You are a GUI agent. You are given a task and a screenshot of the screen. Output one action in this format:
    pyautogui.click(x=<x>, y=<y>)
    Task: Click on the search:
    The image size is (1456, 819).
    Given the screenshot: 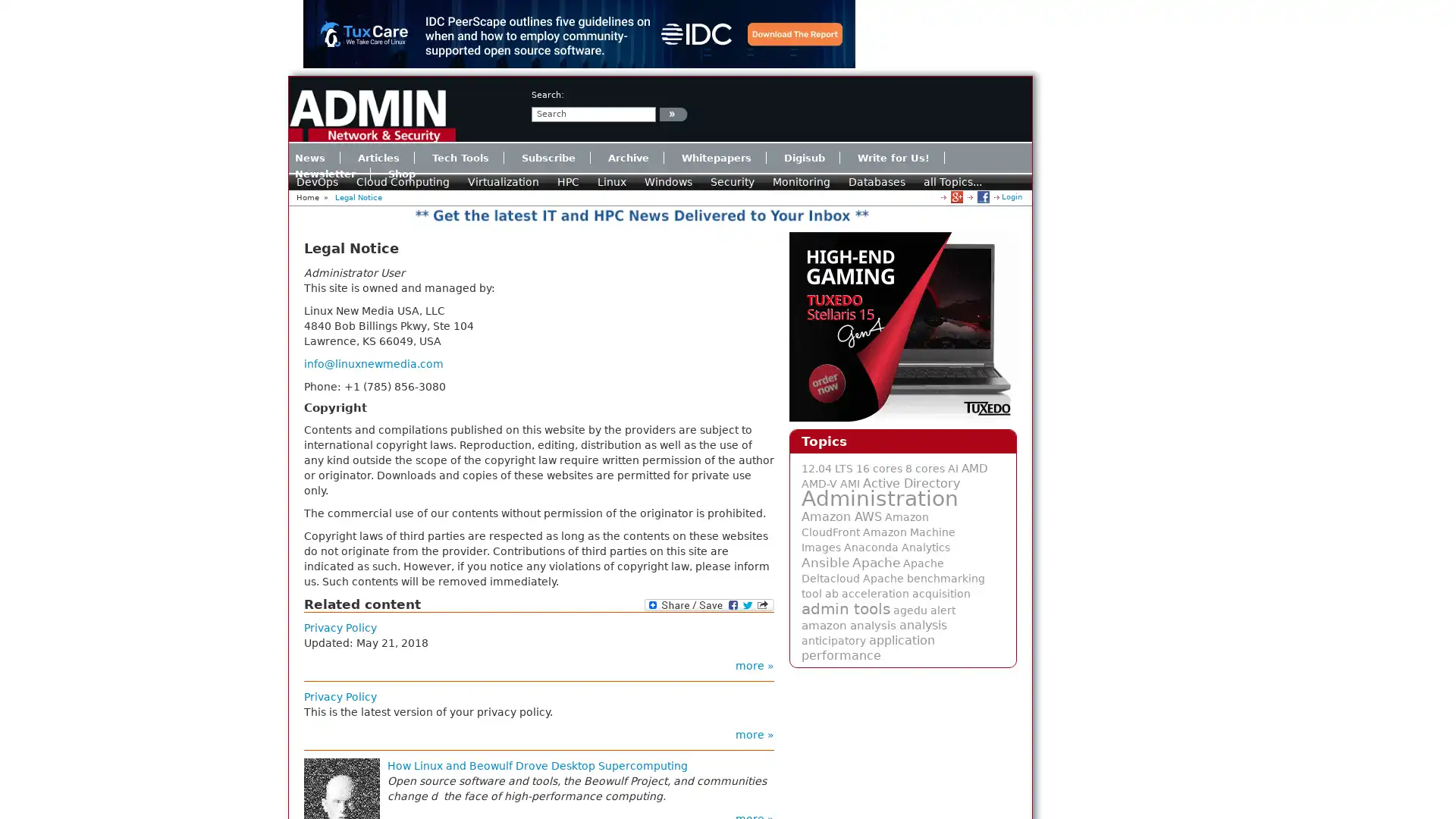 What is the action you would take?
    pyautogui.click(x=673, y=113)
    